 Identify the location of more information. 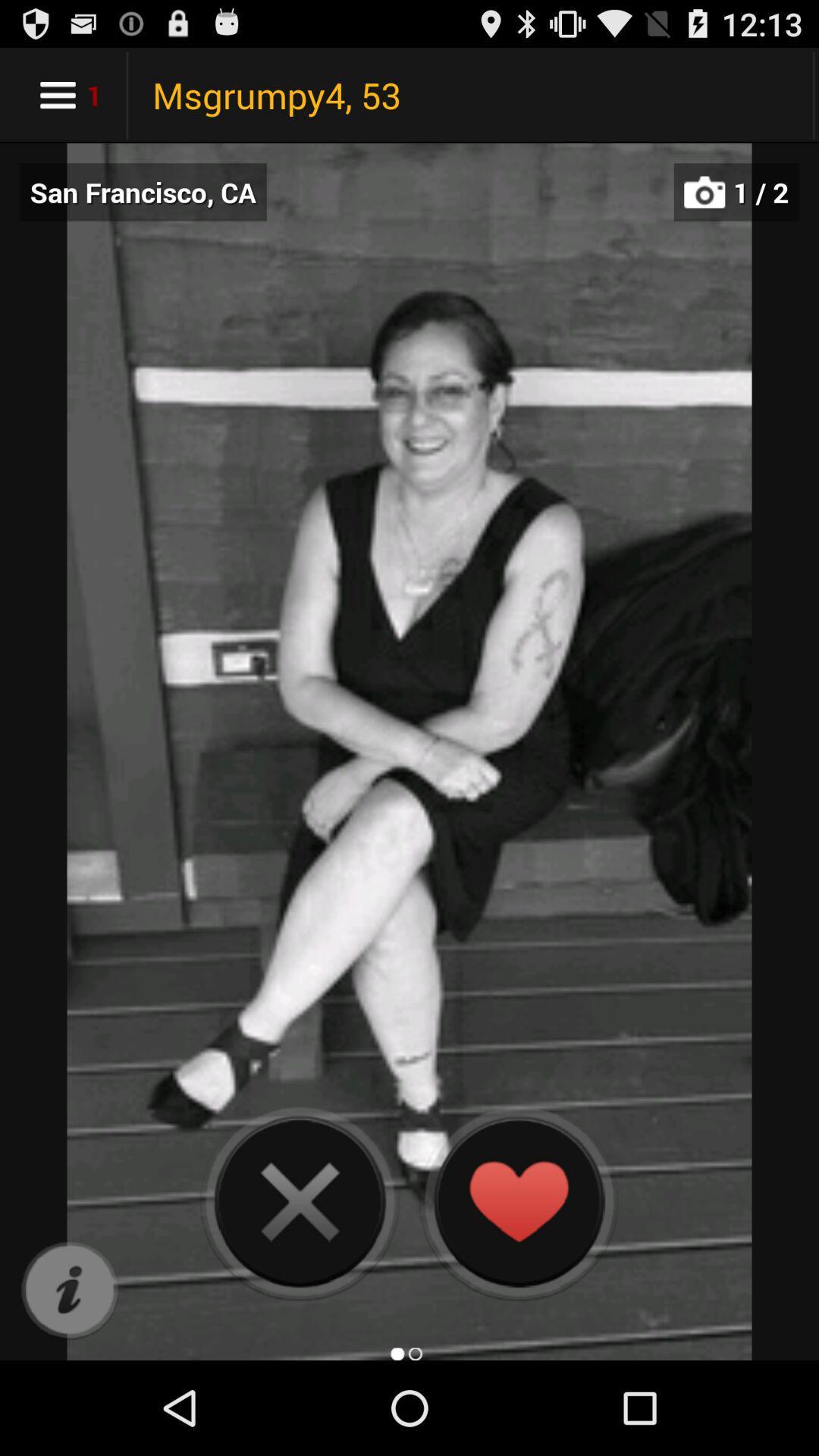
(69, 1290).